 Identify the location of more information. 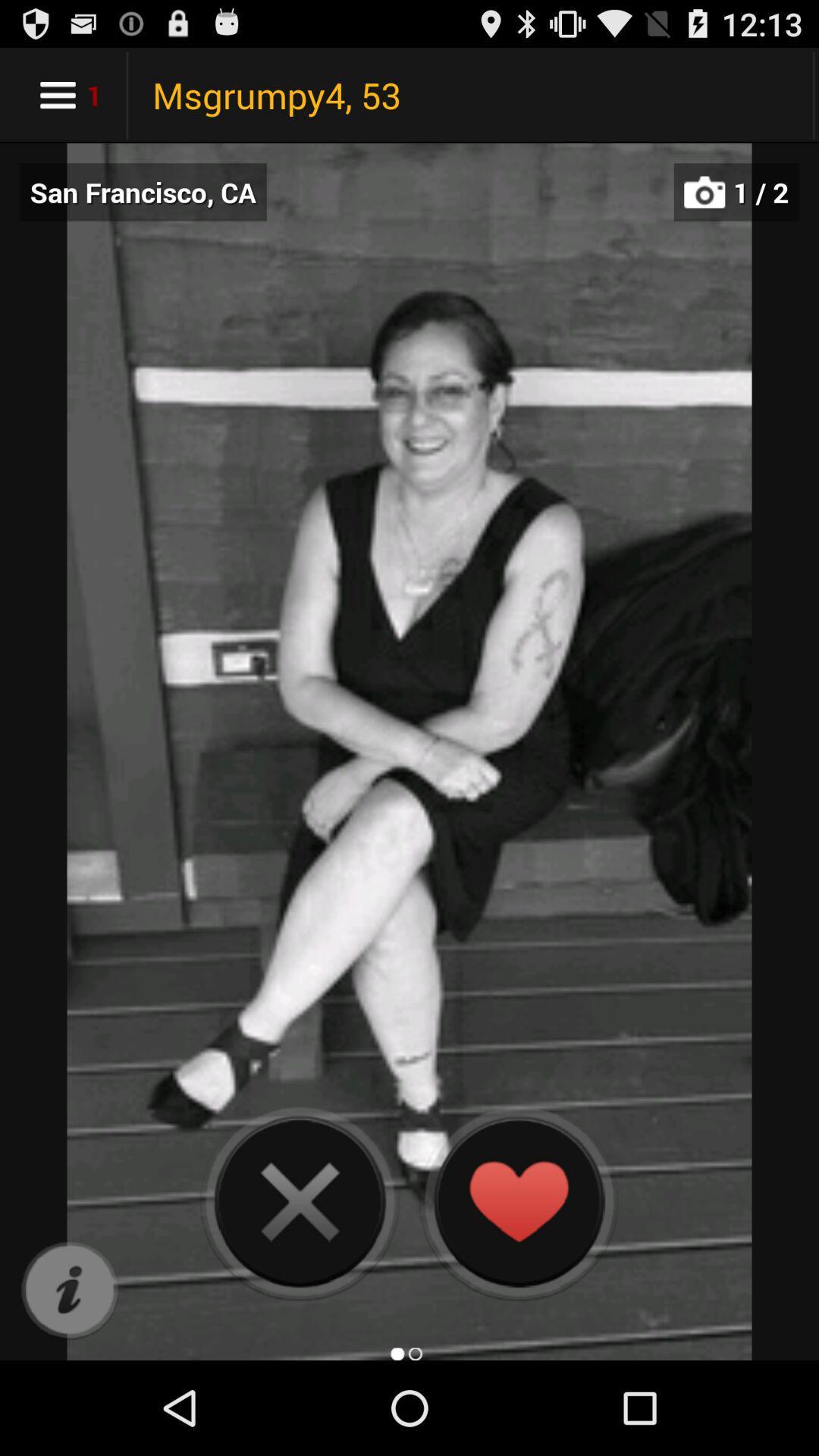
(69, 1290).